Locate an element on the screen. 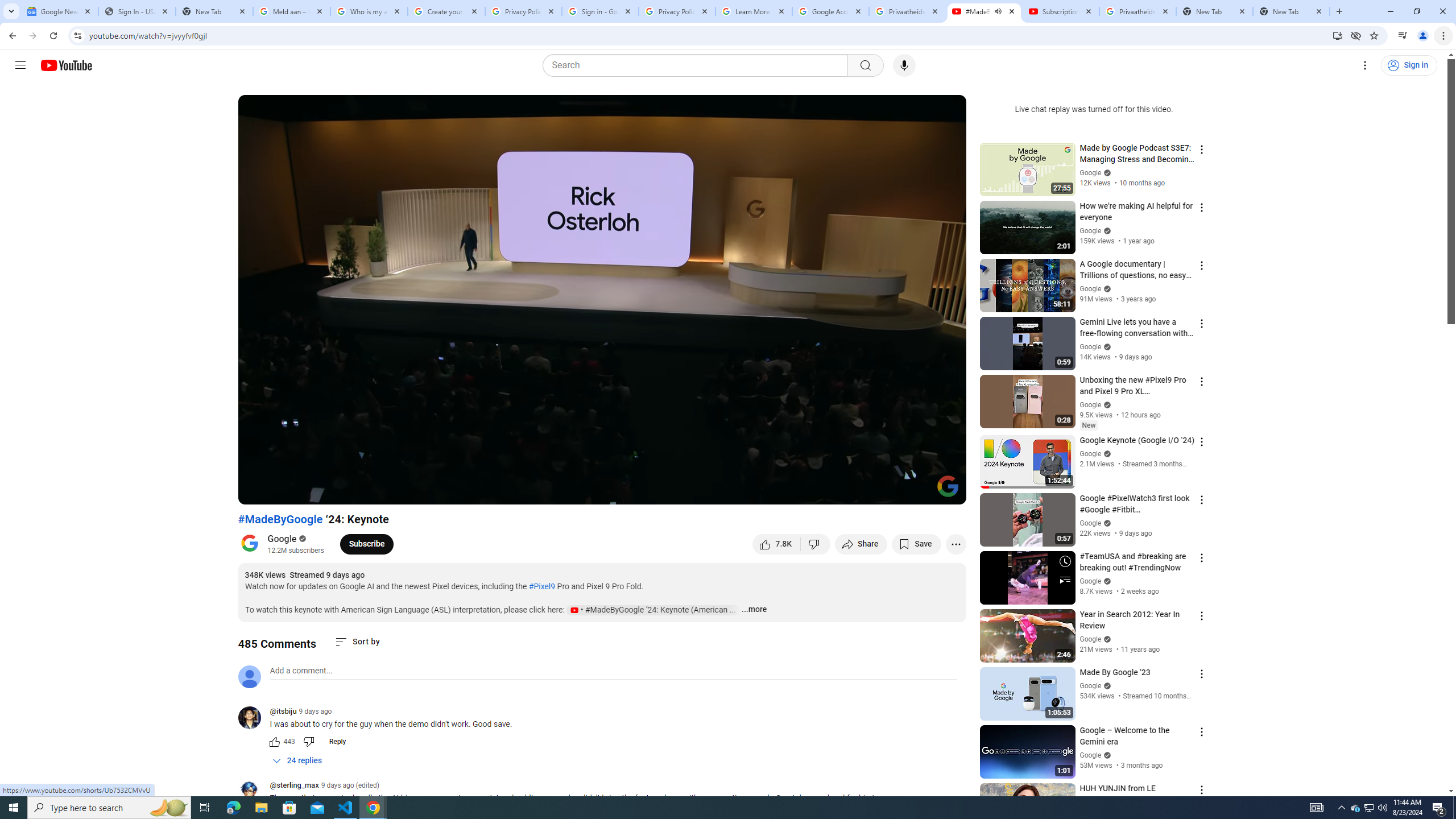 Image resolution: width=1456 pixels, height=819 pixels. 'Who is my administrator? - Google Account Help' is located at coordinates (369, 11).